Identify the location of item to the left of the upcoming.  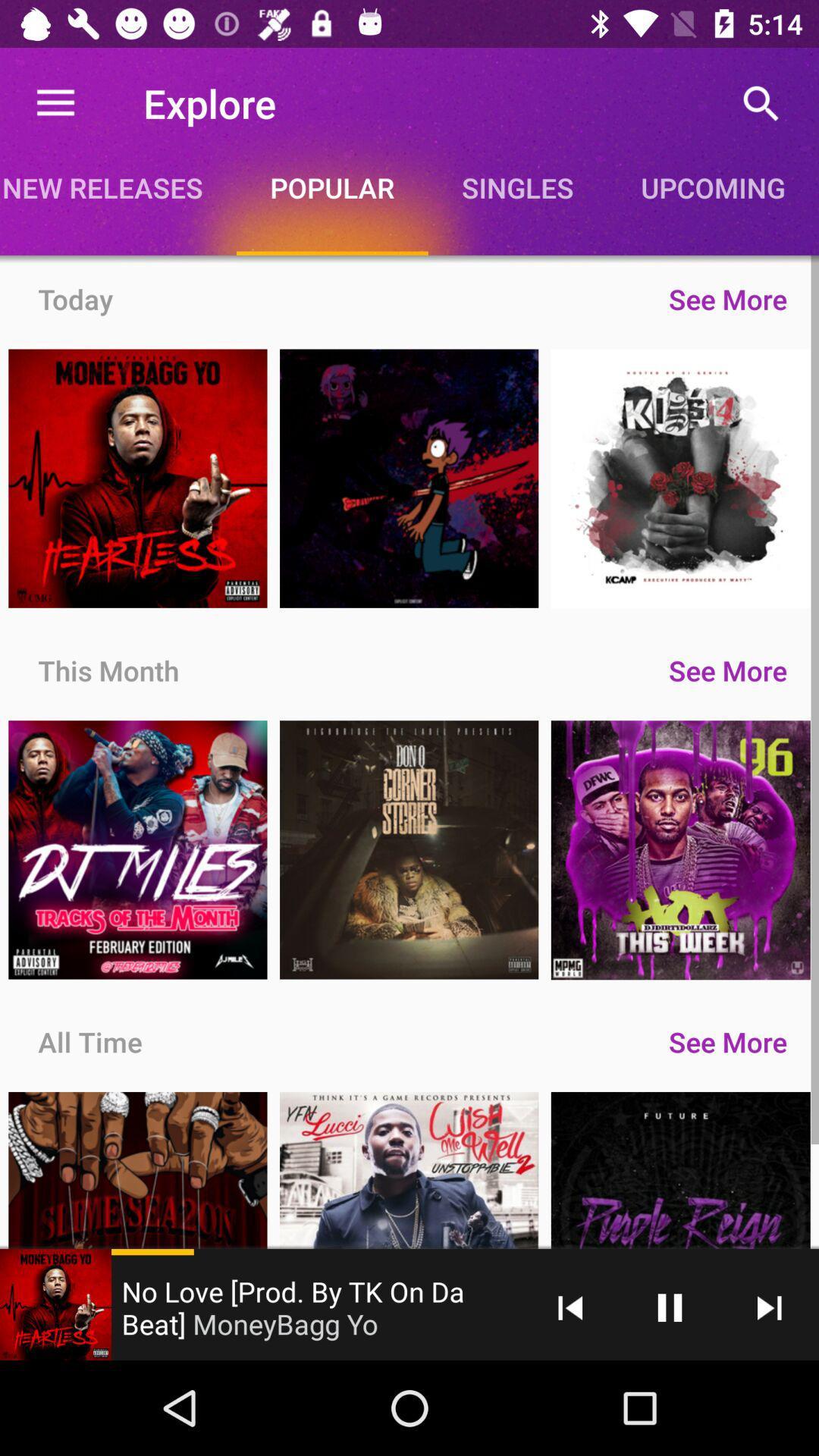
(516, 187).